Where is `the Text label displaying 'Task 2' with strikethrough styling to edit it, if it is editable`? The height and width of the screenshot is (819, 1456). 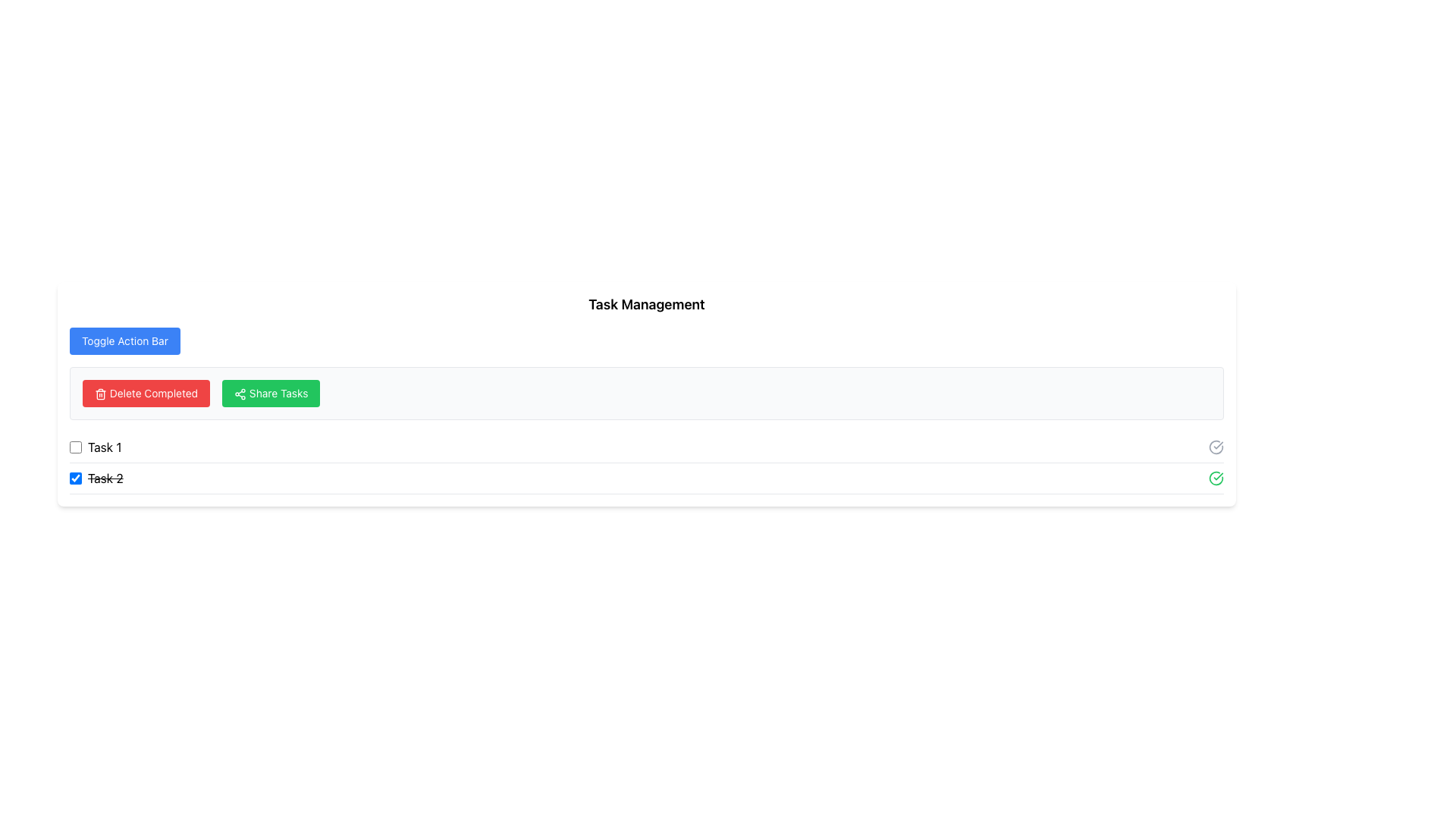 the Text label displaying 'Task 2' with strikethrough styling to edit it, if it is editable is located at coordinates (105, 479).